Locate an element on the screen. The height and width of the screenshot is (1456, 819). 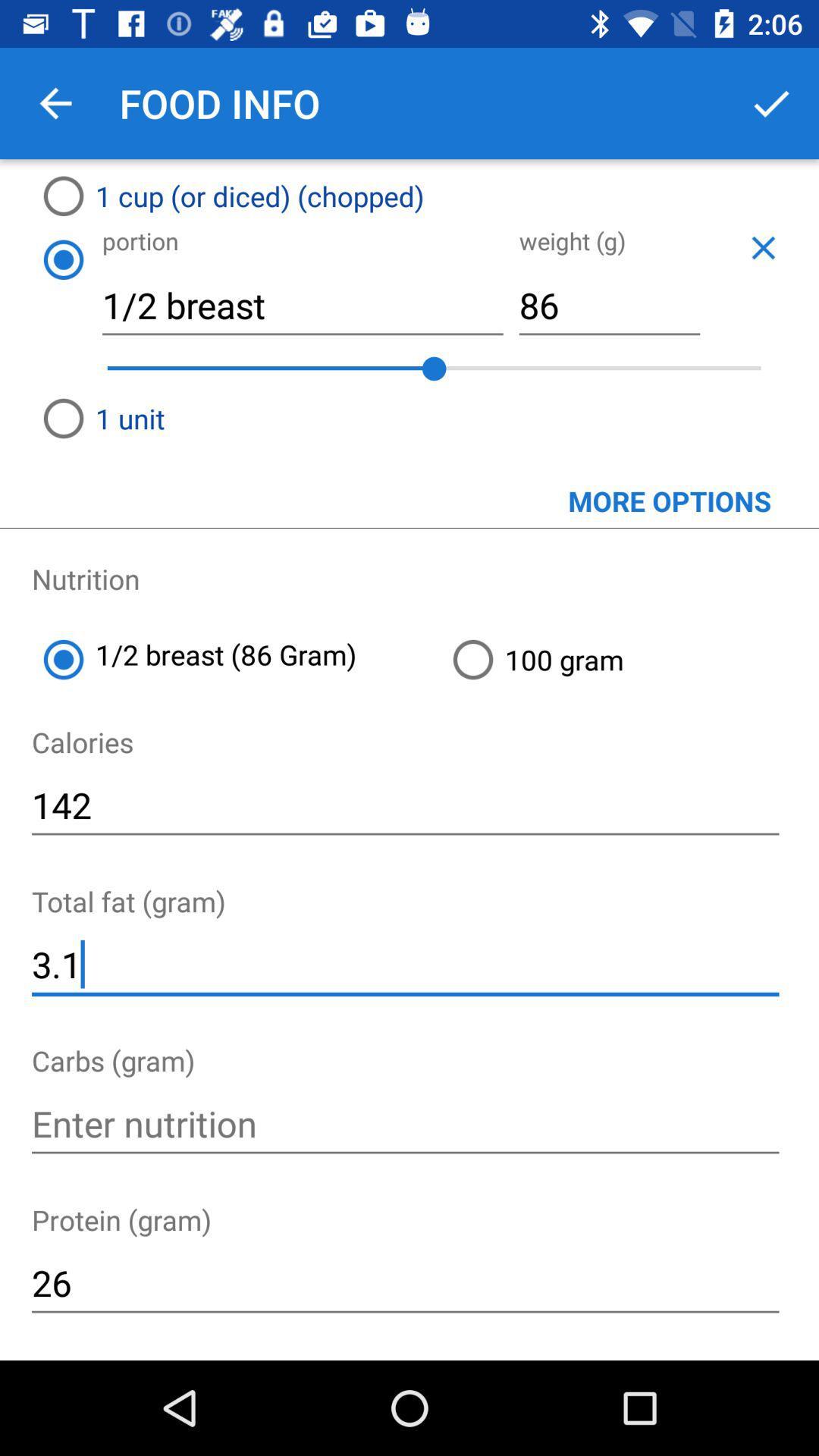
142 item is located at coordinates (404, 805).